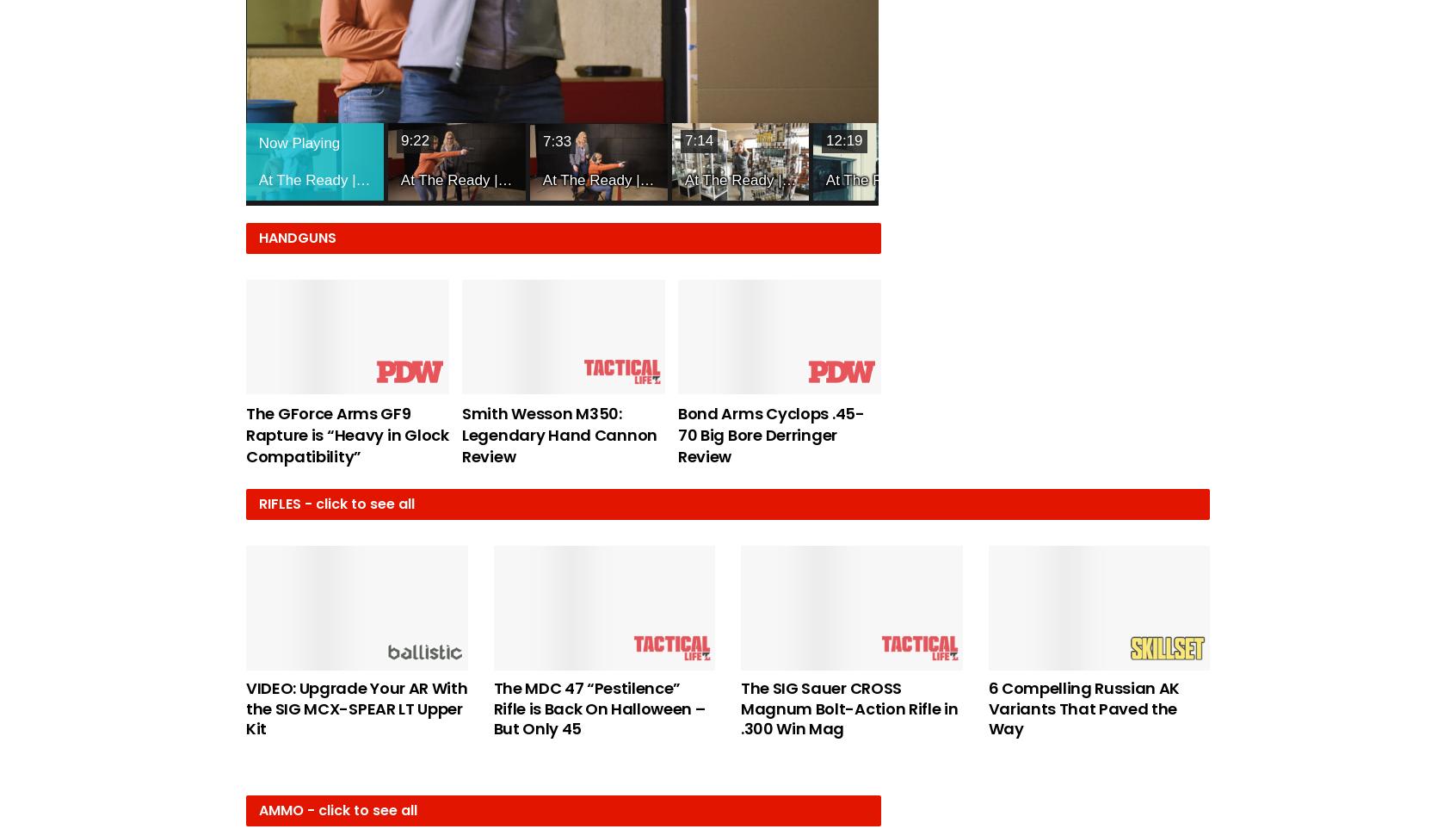 The image size is (1456, 829). What do you see at coordinates (298, 142) in the screenshot?
I see `'Now Playing'` at bounding box center [298, 142].